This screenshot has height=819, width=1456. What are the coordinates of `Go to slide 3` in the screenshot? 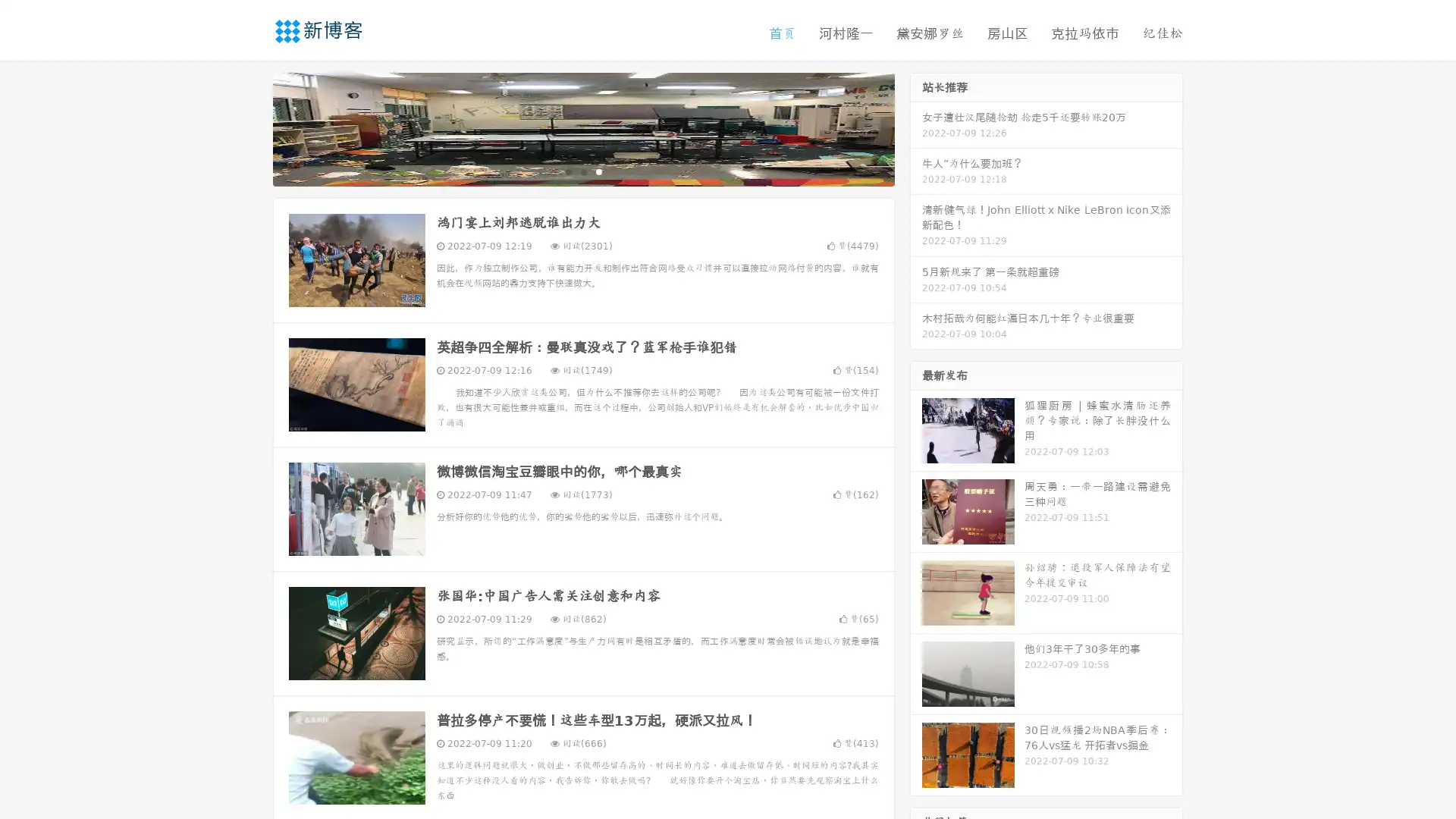 It's located at (598, 171).